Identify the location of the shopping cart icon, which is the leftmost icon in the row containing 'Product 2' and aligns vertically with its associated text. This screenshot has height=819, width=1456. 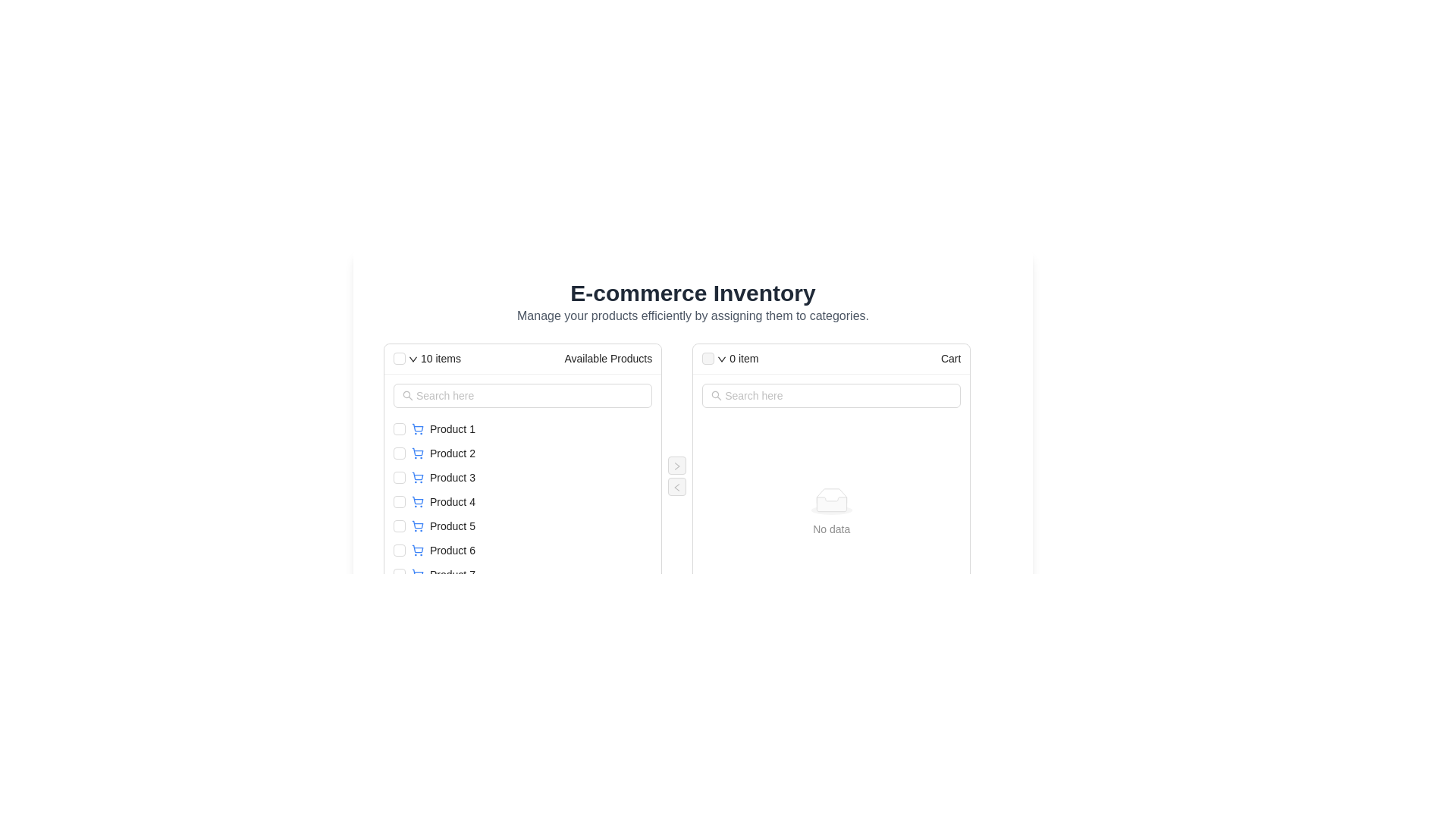
(418, 452).